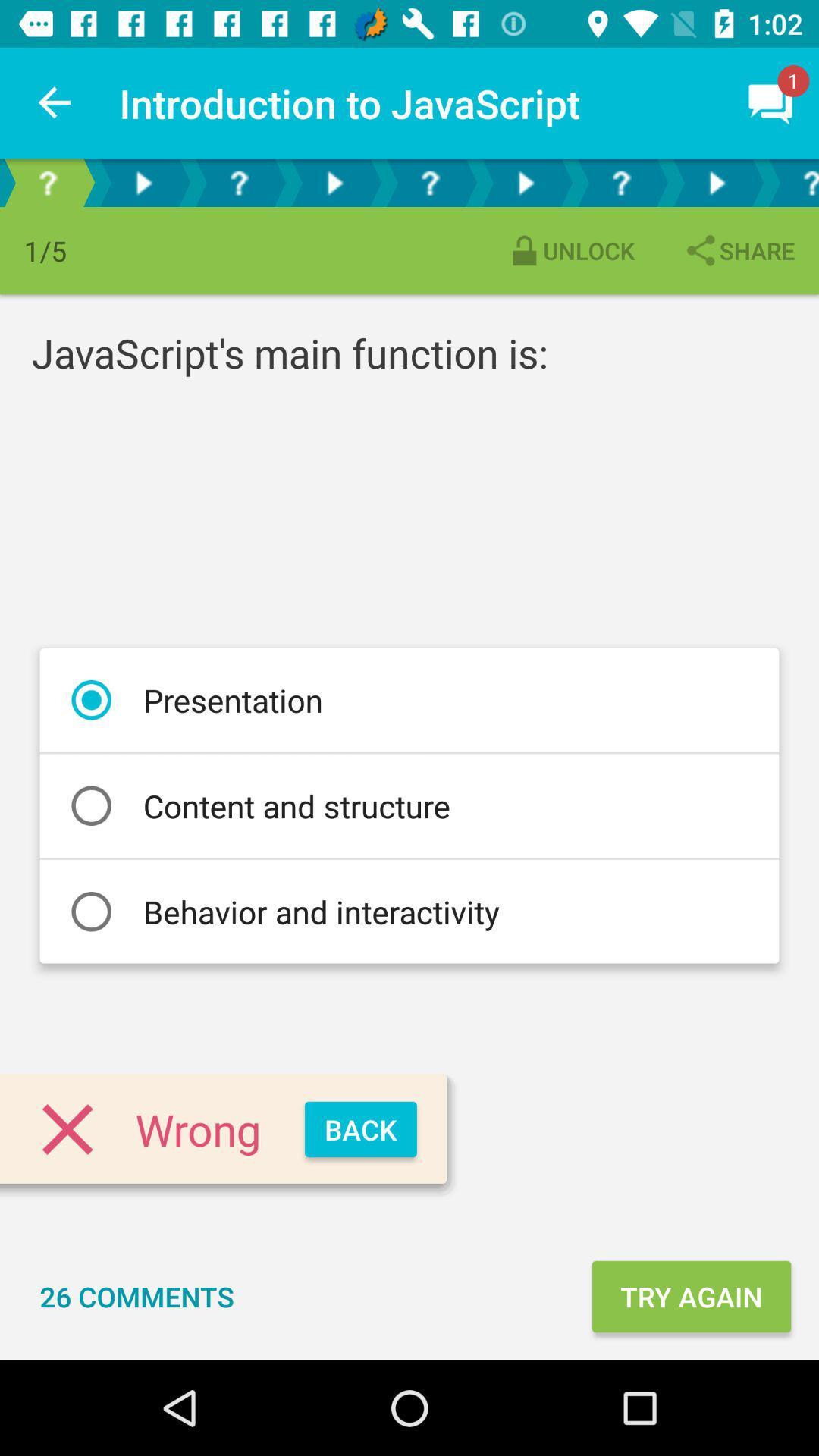  What do you see at coordinates (136, 1295) in the screenshot?
I see `icon next to the try again icon` at bounding box center [136, 1295].